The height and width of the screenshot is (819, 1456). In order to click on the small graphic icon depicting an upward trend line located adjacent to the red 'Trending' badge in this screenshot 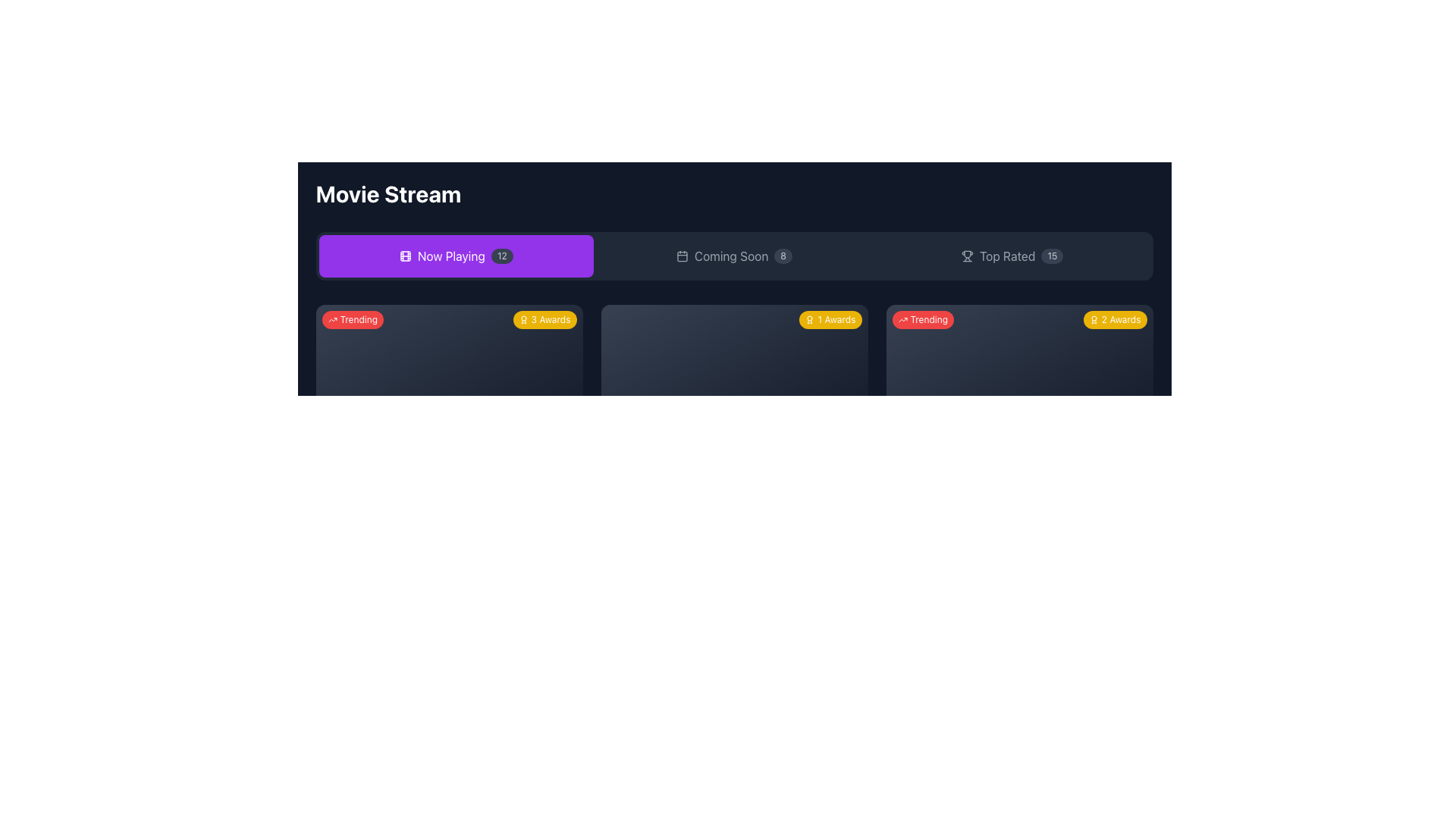, I will do `click(902, 318)`.